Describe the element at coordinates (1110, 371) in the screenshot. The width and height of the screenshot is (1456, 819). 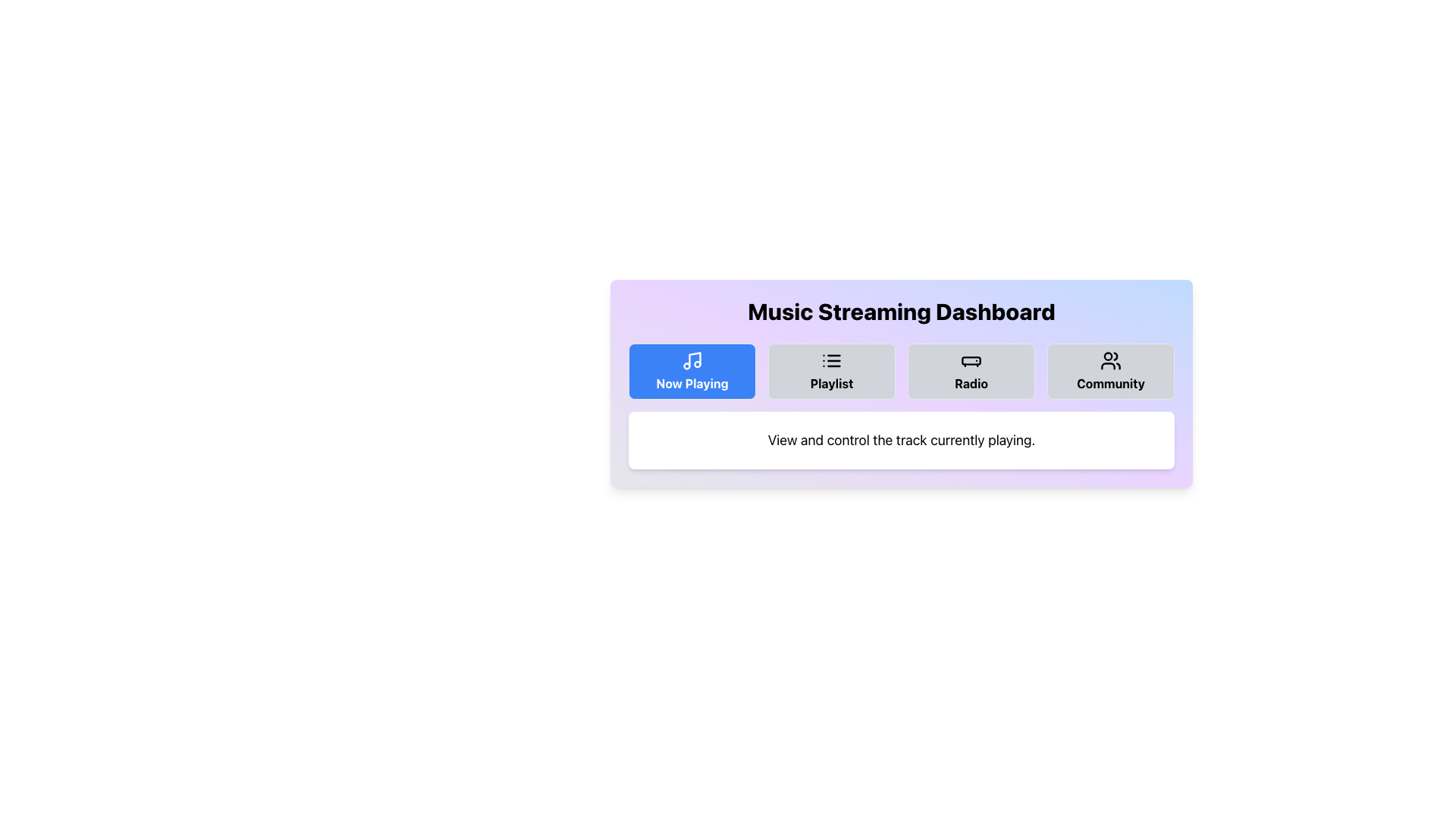
I see `the 'Community' button with a light gray background and a group of people icon` at that location.